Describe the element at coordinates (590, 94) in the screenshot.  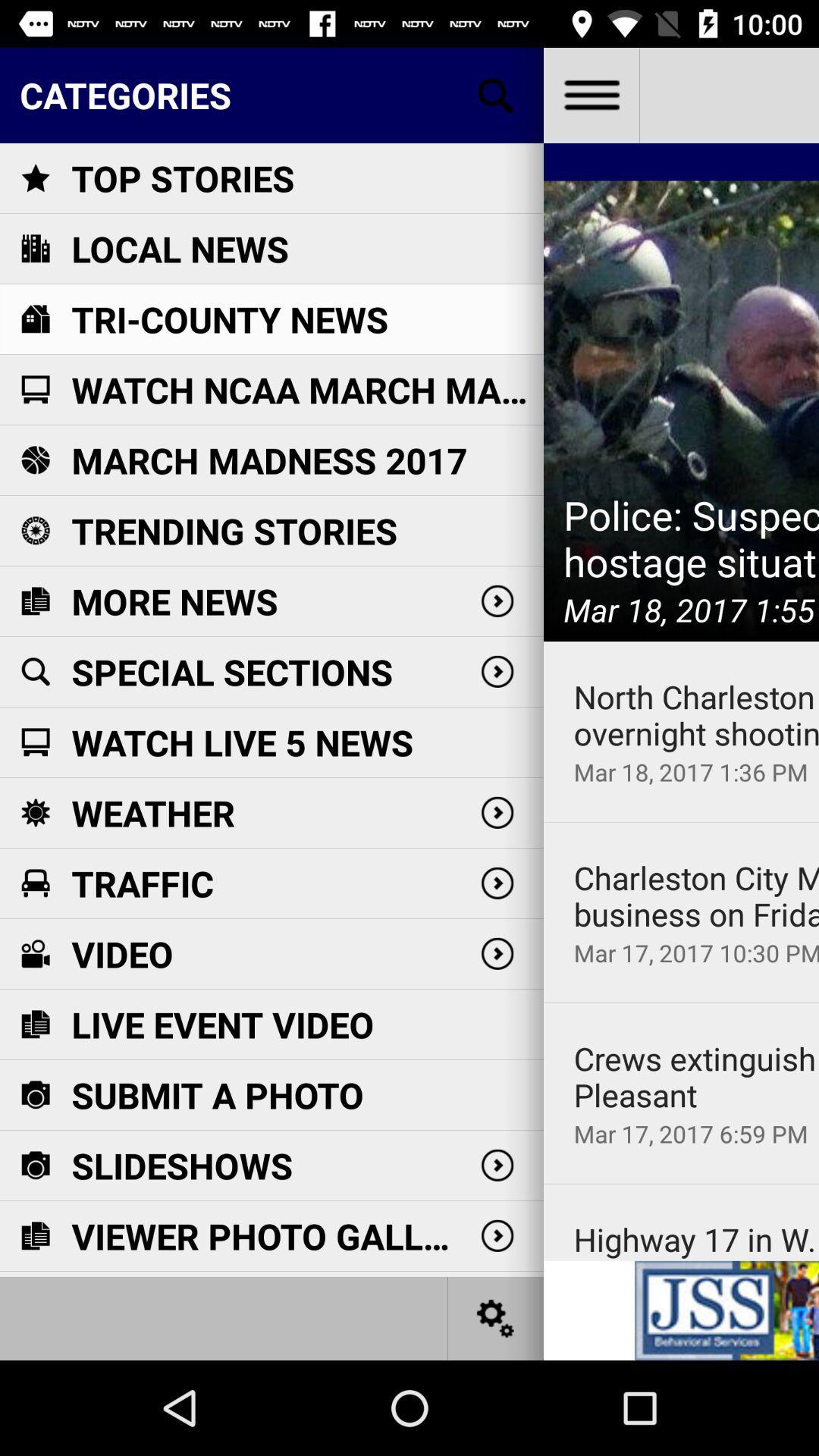
I see `the icon next to the categories item` at that location.